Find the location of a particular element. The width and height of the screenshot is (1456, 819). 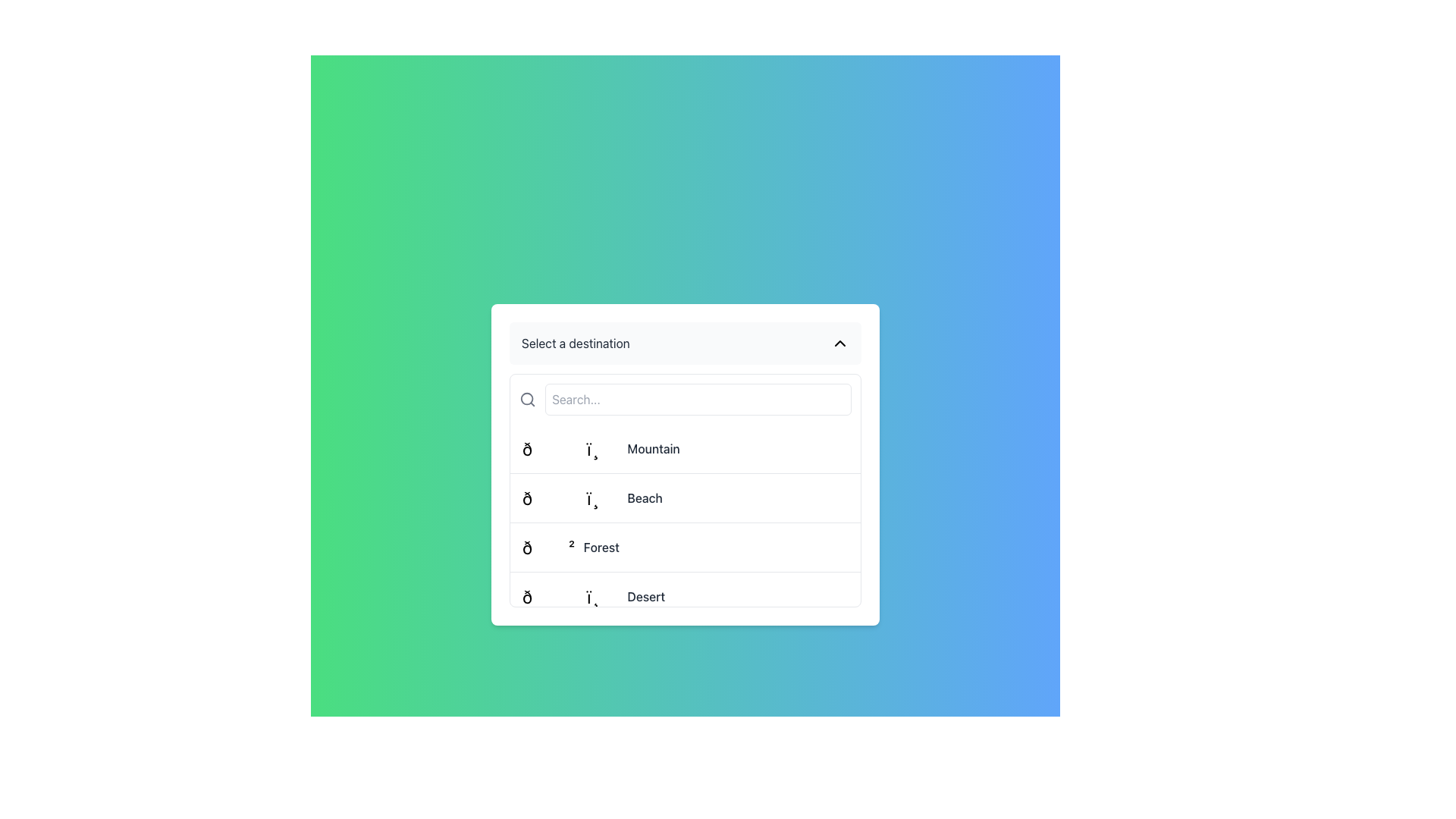

the 'Forest' dropdown menu item, which is the third option in the list is located at coordinates (684, 547).